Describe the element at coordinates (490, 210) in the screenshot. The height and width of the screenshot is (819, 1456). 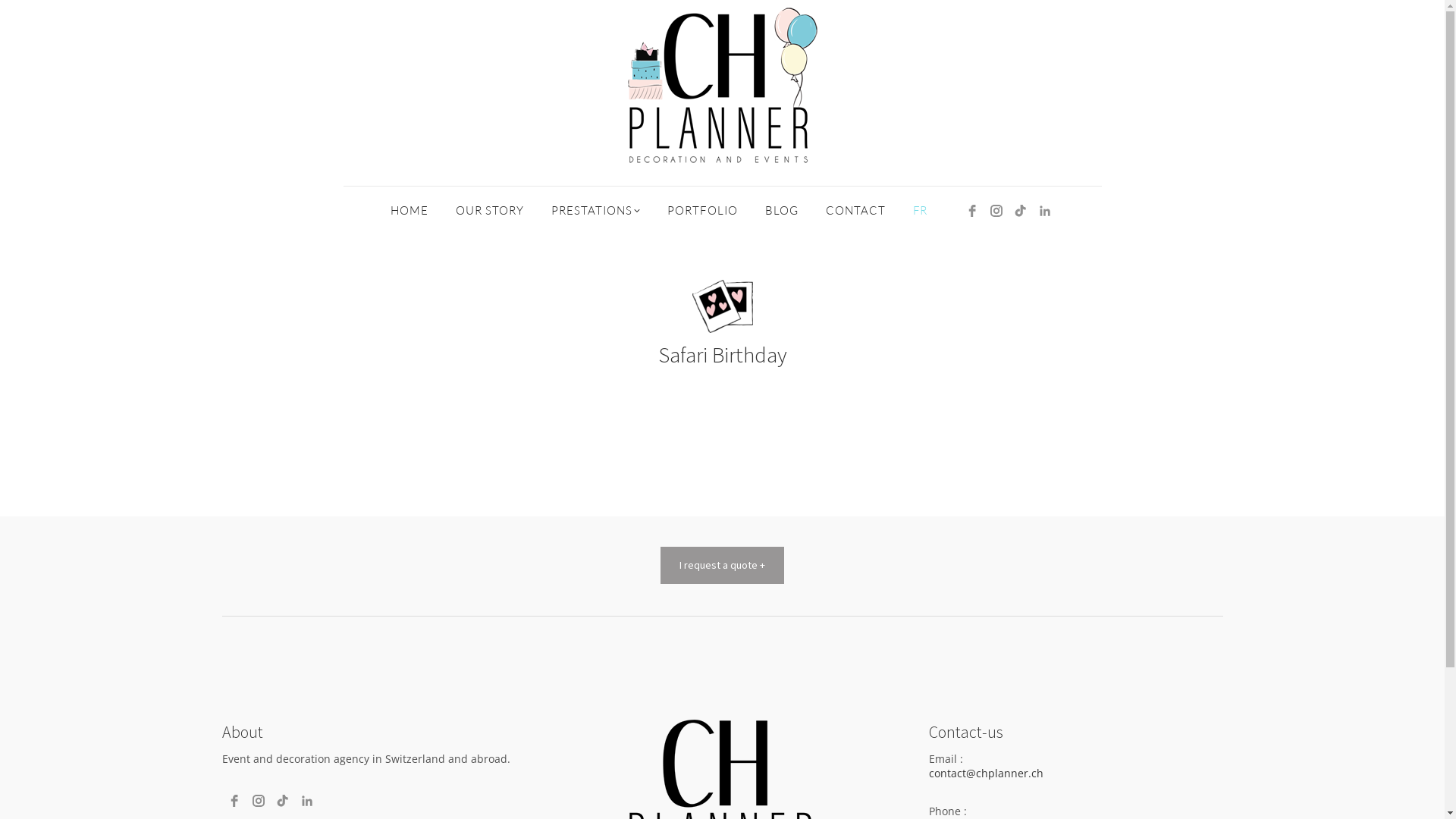
I see `'OUR STORY'` at that location.